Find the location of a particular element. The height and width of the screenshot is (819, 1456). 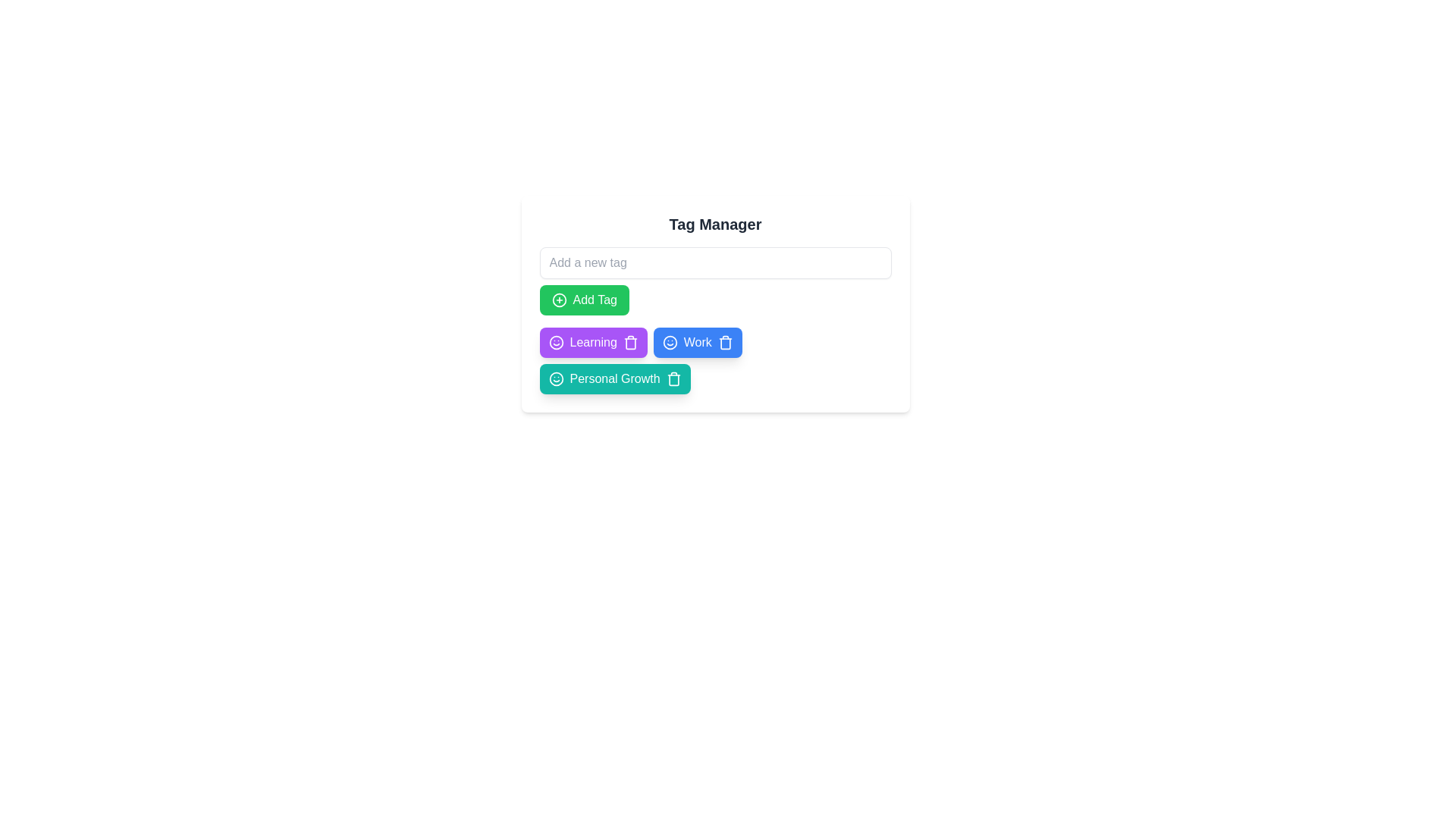

the 'Tag Manager' title is located at coordinates (714, 224).